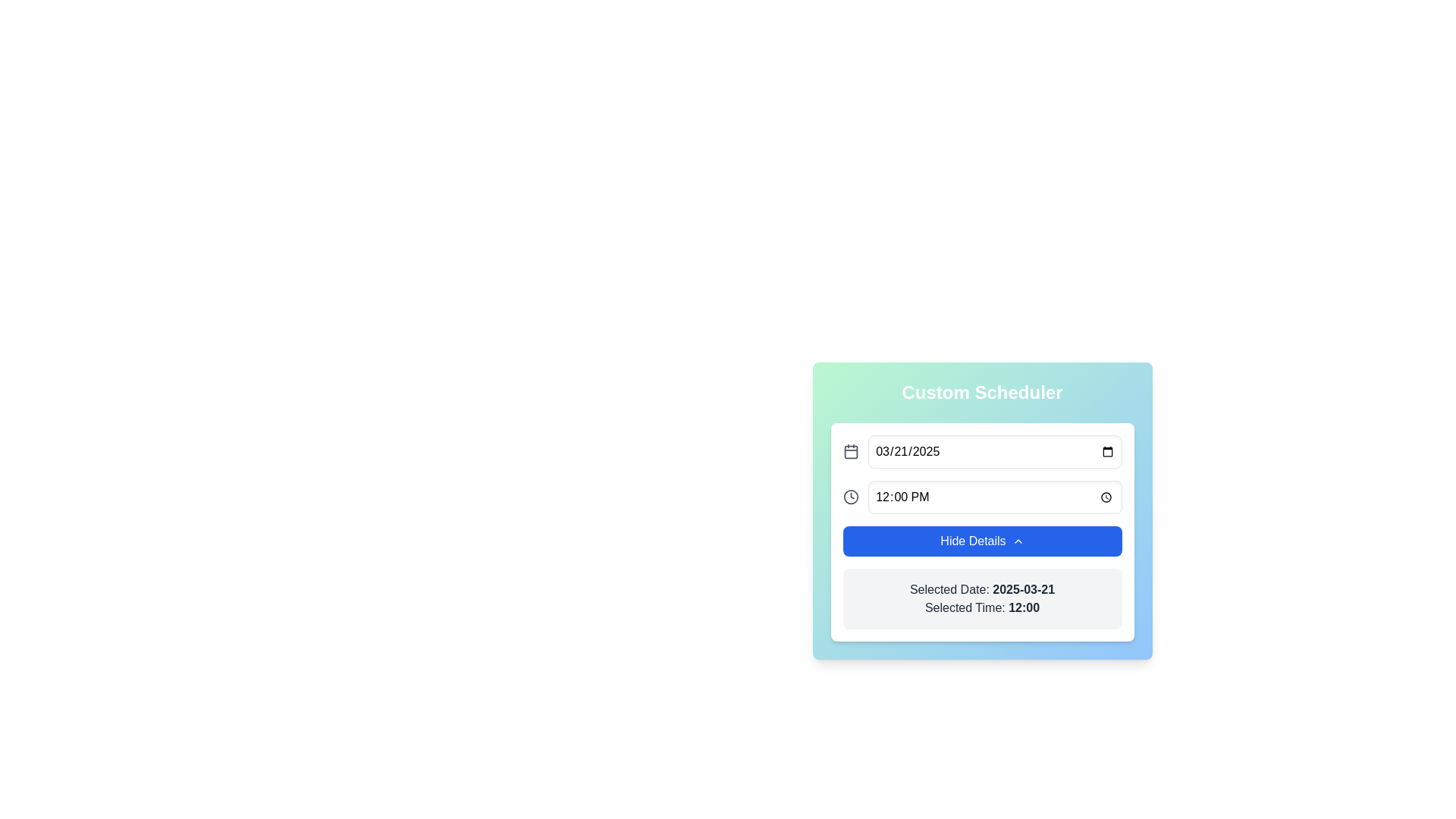 The height and width of the screenshot is (819, 1456). What do you see at coordinates (1018, 540) in the screenshot?
I see `the small upward-facing chevron icon located next to the 'Hide Details' text on the blue button in the Custom Scheduler interface` at bounding box center [1018, 540].